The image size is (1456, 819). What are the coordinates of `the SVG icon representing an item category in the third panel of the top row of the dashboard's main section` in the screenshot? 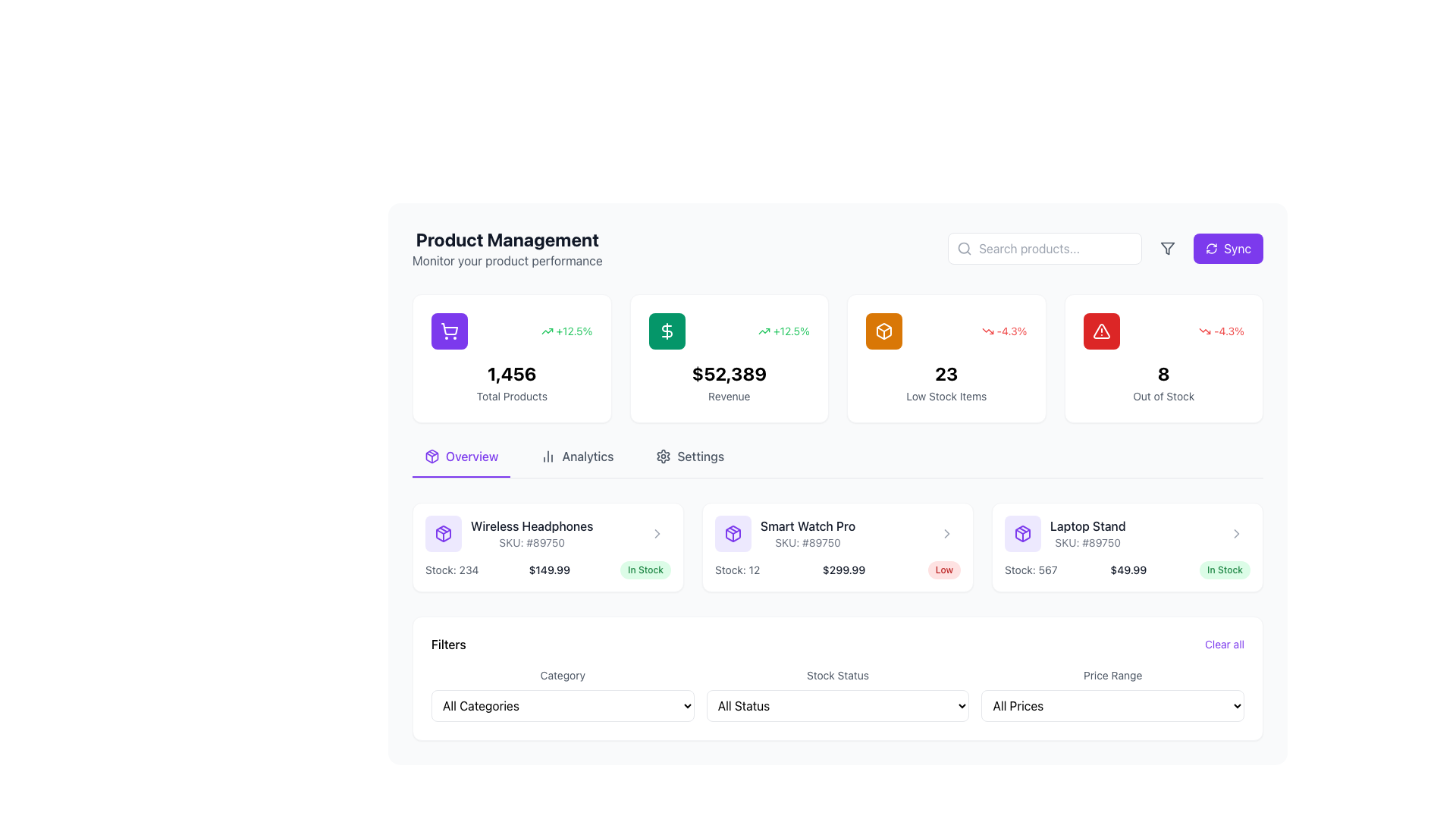 It's located at (733, 533).